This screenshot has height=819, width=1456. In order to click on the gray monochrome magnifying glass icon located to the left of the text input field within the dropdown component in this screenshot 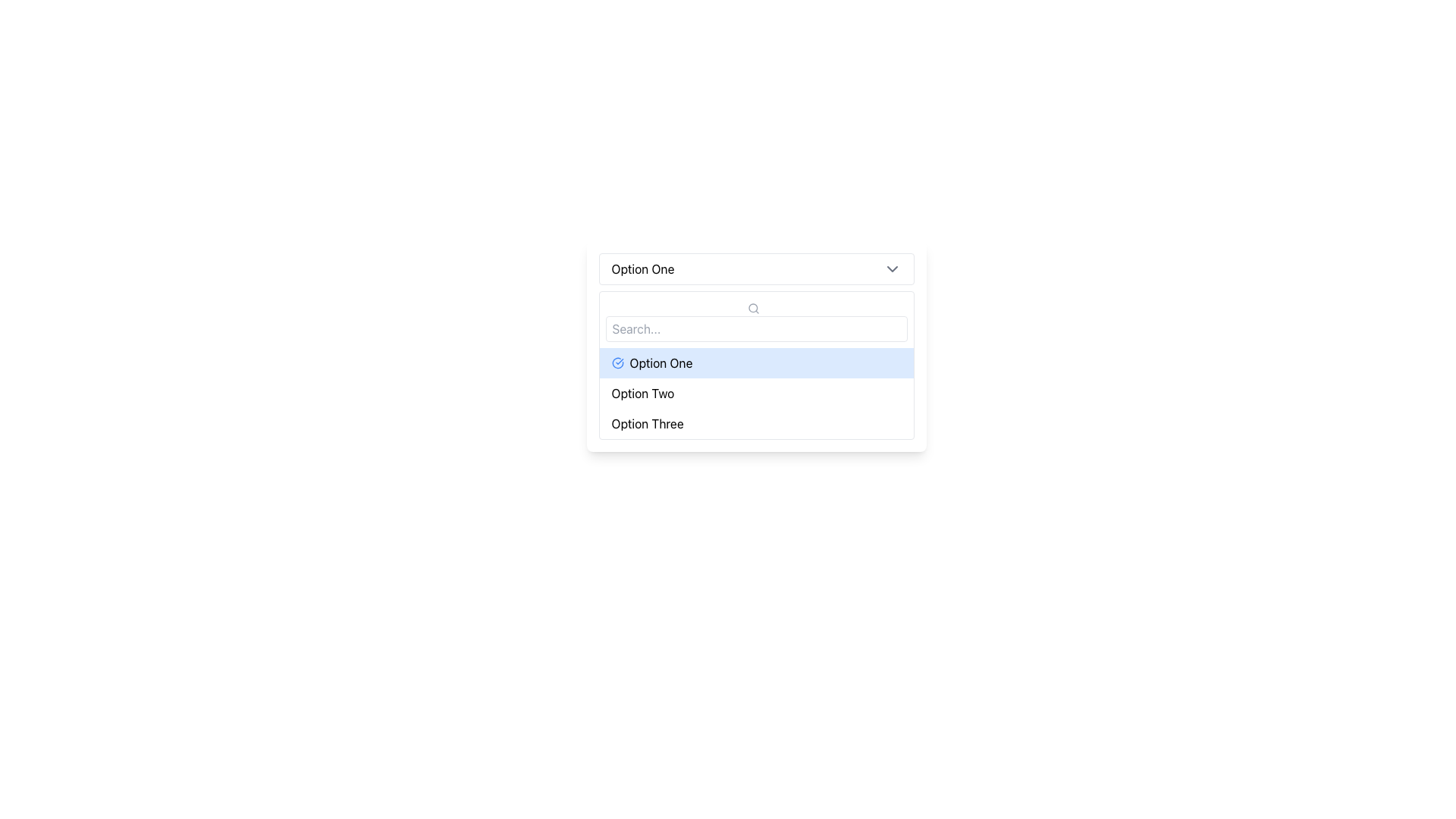, I will do `click(753, 307)`.